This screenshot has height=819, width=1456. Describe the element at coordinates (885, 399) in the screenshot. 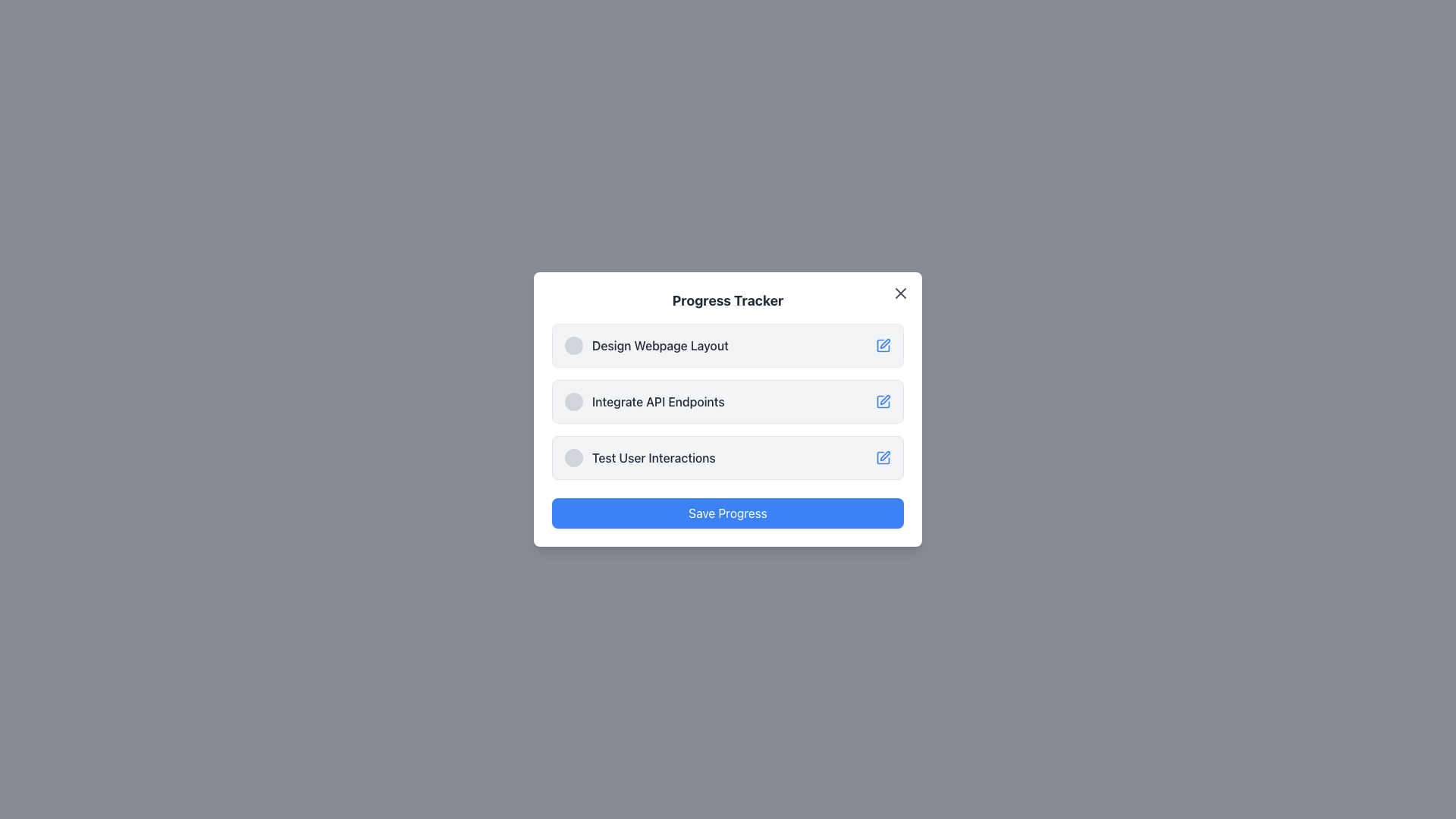

I see `the SVG icon resembling a pen or edit tool that is part of the second list item titled 'Integrate API Endpoints'` at that location.